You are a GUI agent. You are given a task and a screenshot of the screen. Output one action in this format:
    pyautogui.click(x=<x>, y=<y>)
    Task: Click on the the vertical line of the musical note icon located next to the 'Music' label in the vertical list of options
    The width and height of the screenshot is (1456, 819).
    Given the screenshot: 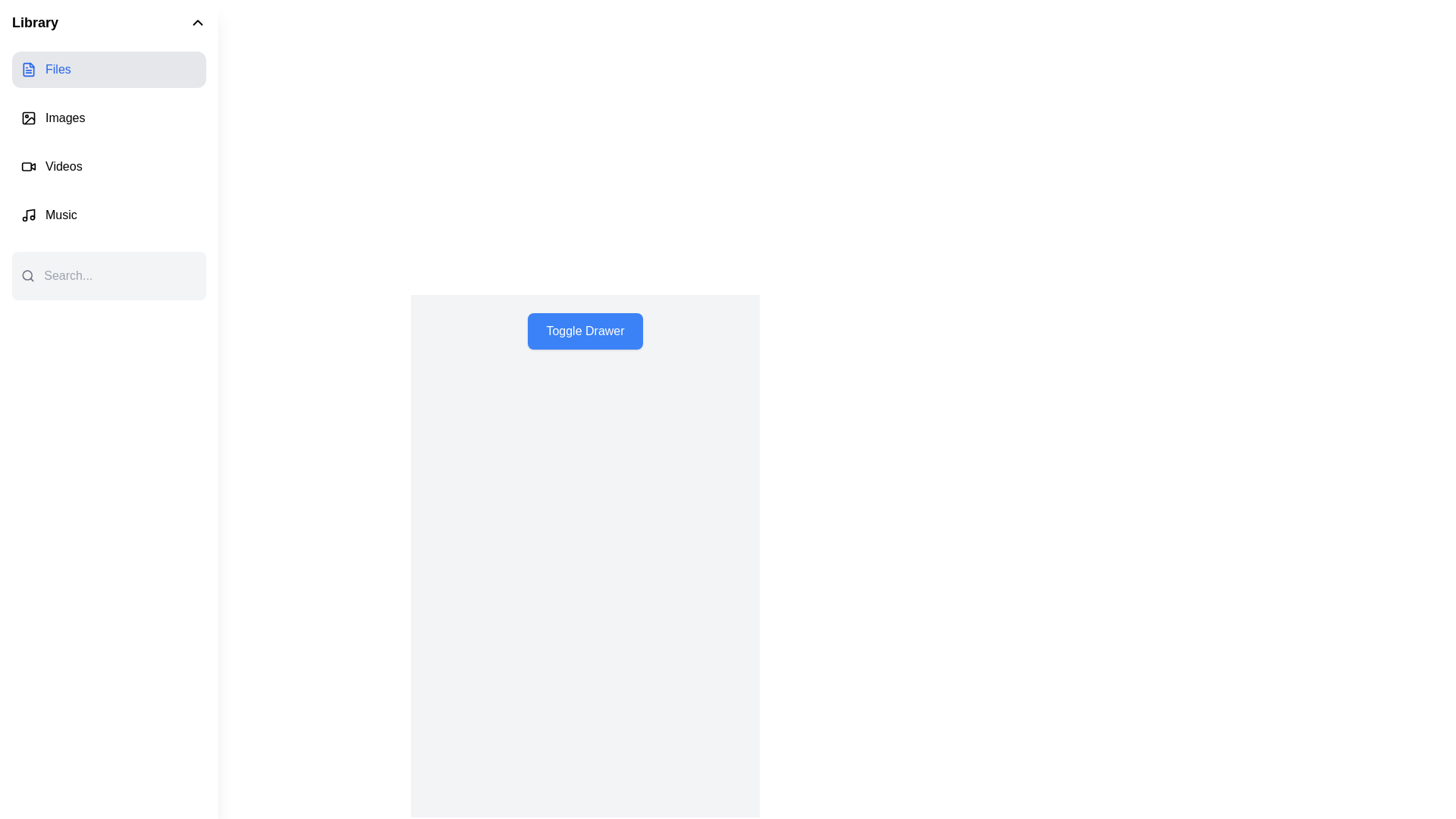 What is the action you would take?
    pyautogui.click(x=30, y=214)
    